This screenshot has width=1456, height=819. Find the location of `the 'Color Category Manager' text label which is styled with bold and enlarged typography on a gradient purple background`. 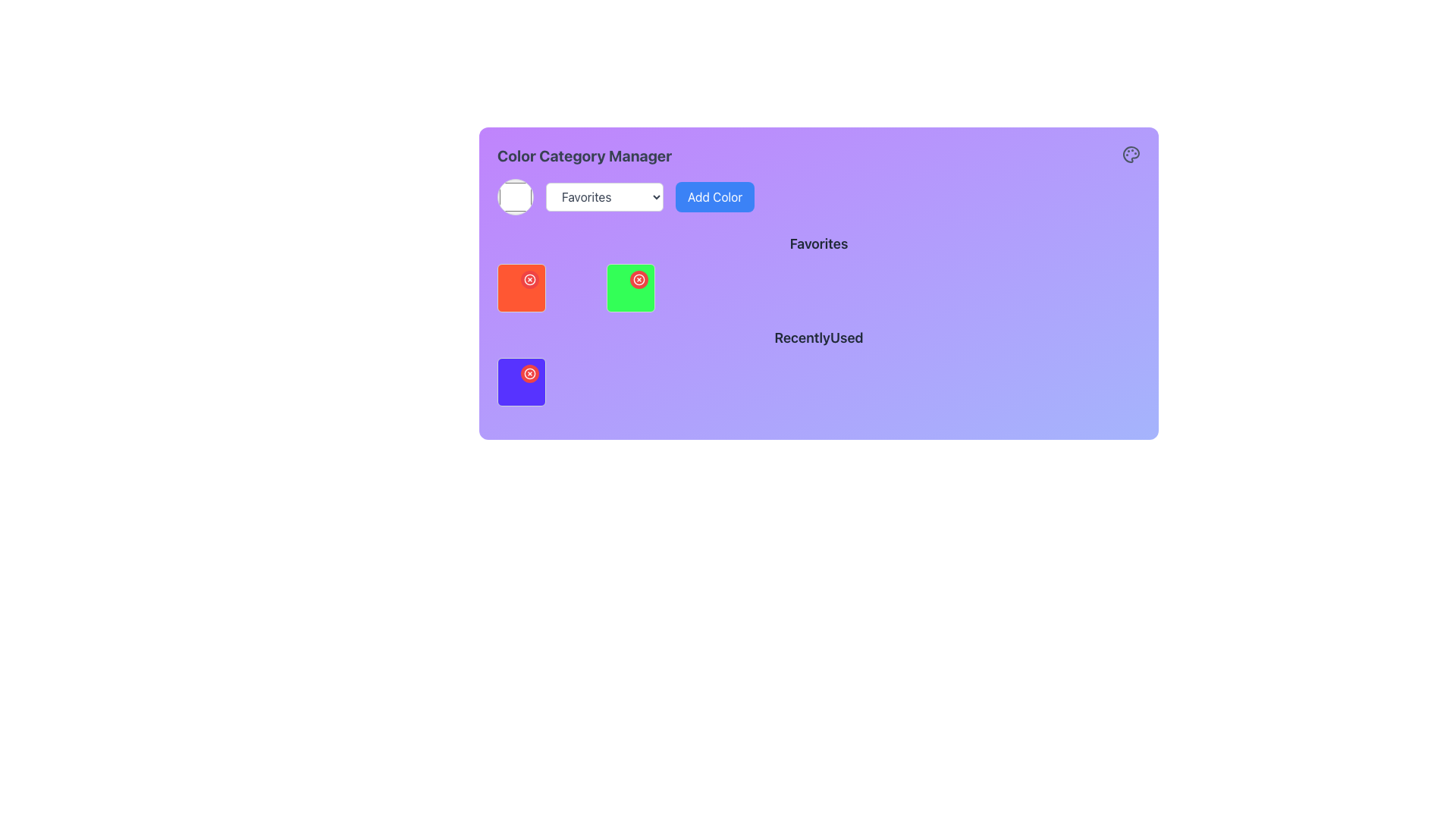

the 'Color Category Manager' text label which is styled with bold and enlarged typography on a gradient purple background is located at coordinates (584, 155).